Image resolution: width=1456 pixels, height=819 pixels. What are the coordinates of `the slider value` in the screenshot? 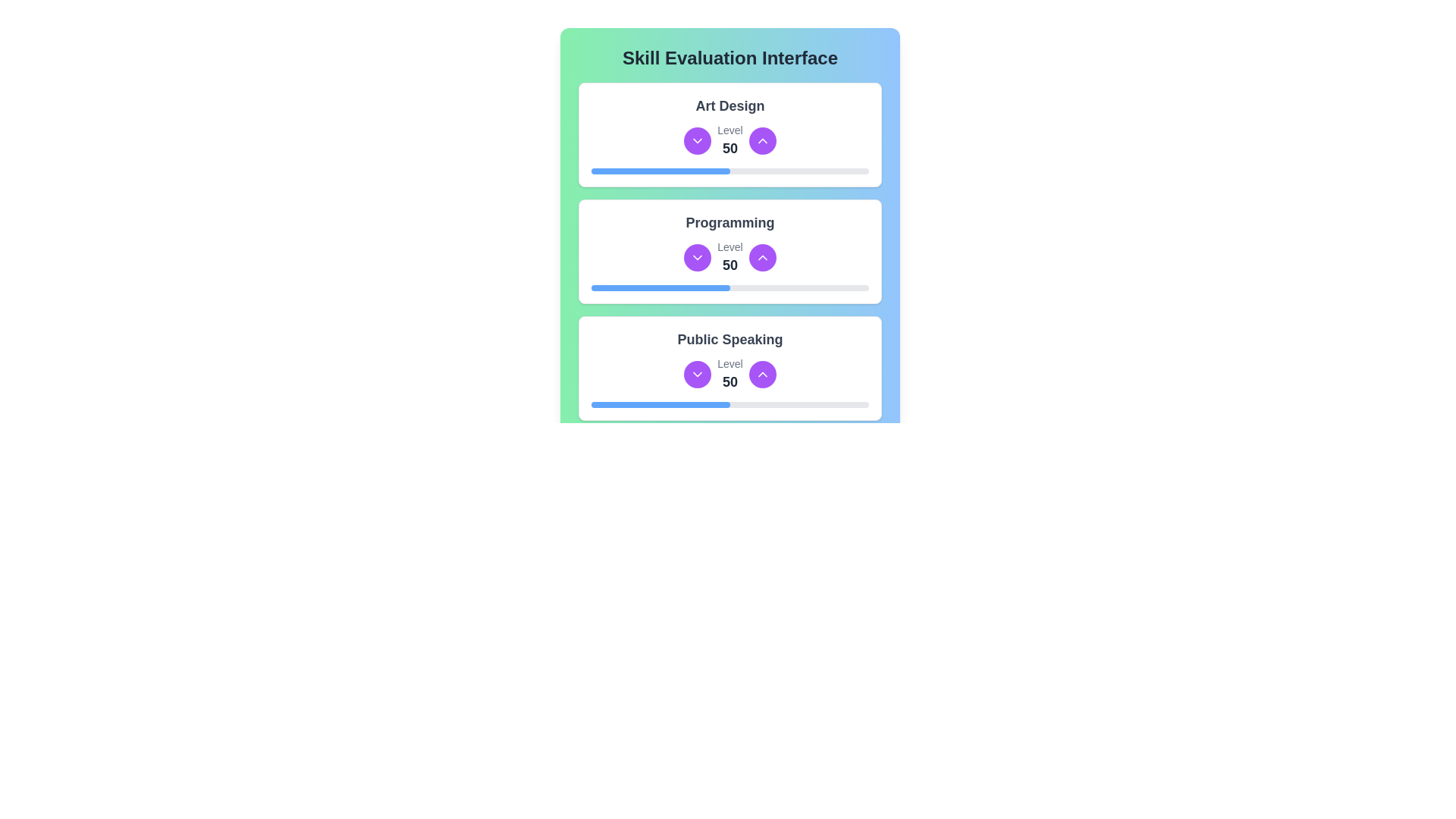 It's located at (596, 403).